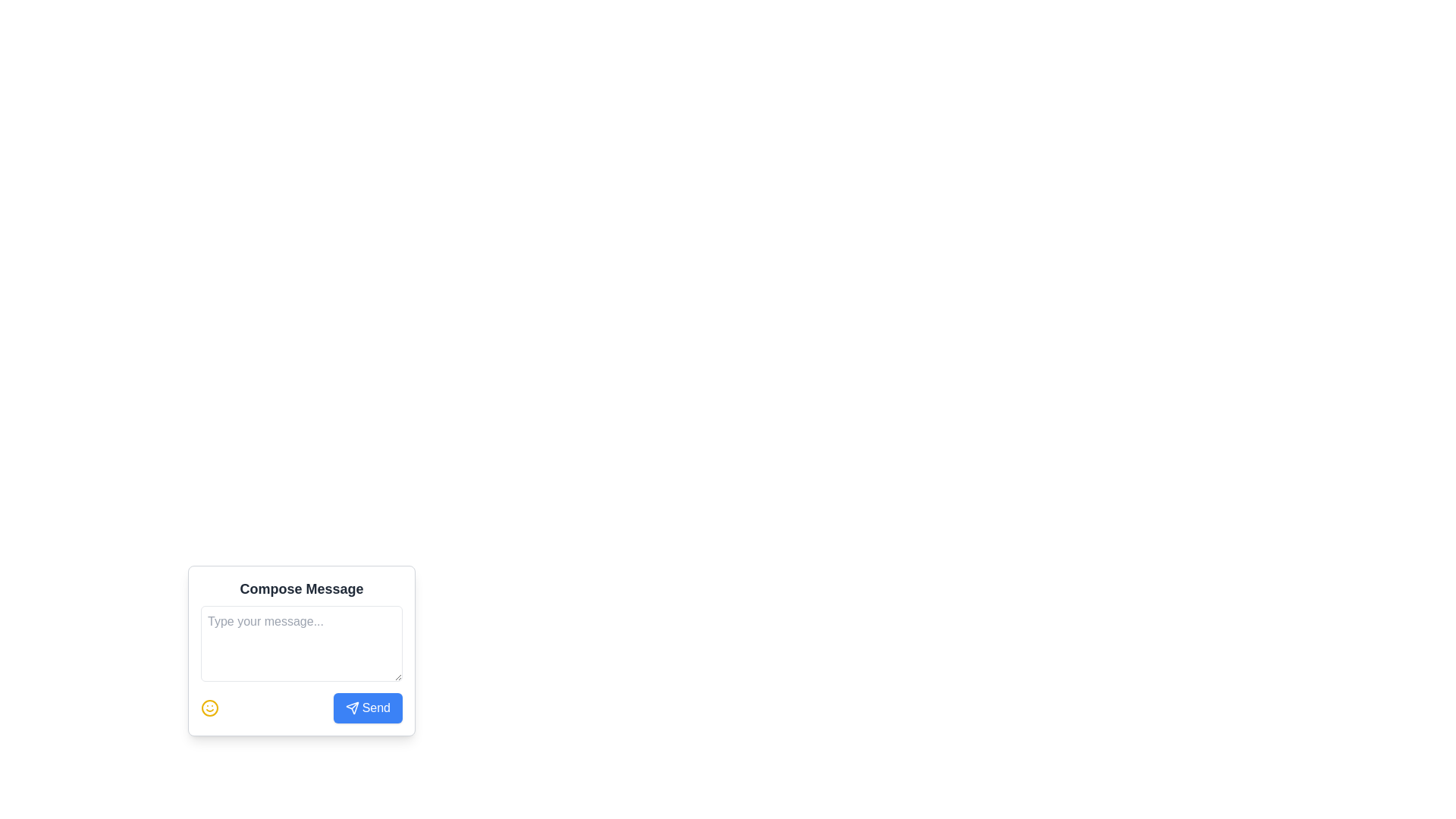 Image resolution: width=1456 pixels, height=819 pixels. What do you see at coordinates (351, 708) in the screenshot?
I see `the triangular paper airplane icon located to the left of the 'Send' text within the blue button` at bounding box center [351, 708].